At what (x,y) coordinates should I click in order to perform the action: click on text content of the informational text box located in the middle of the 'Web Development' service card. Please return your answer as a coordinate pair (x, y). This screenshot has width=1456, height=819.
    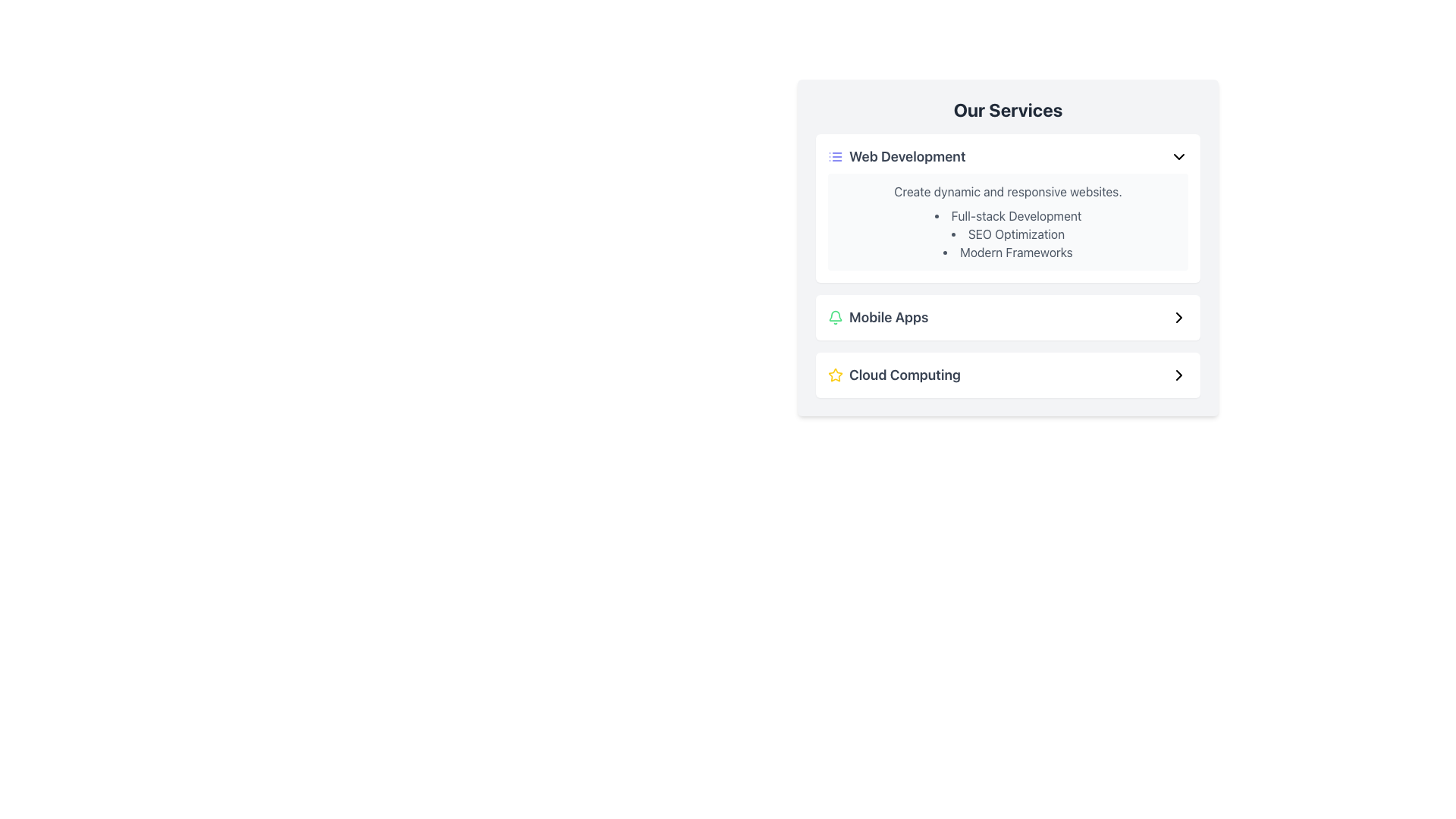
    Looking at the image, I should click on (1008, 222).